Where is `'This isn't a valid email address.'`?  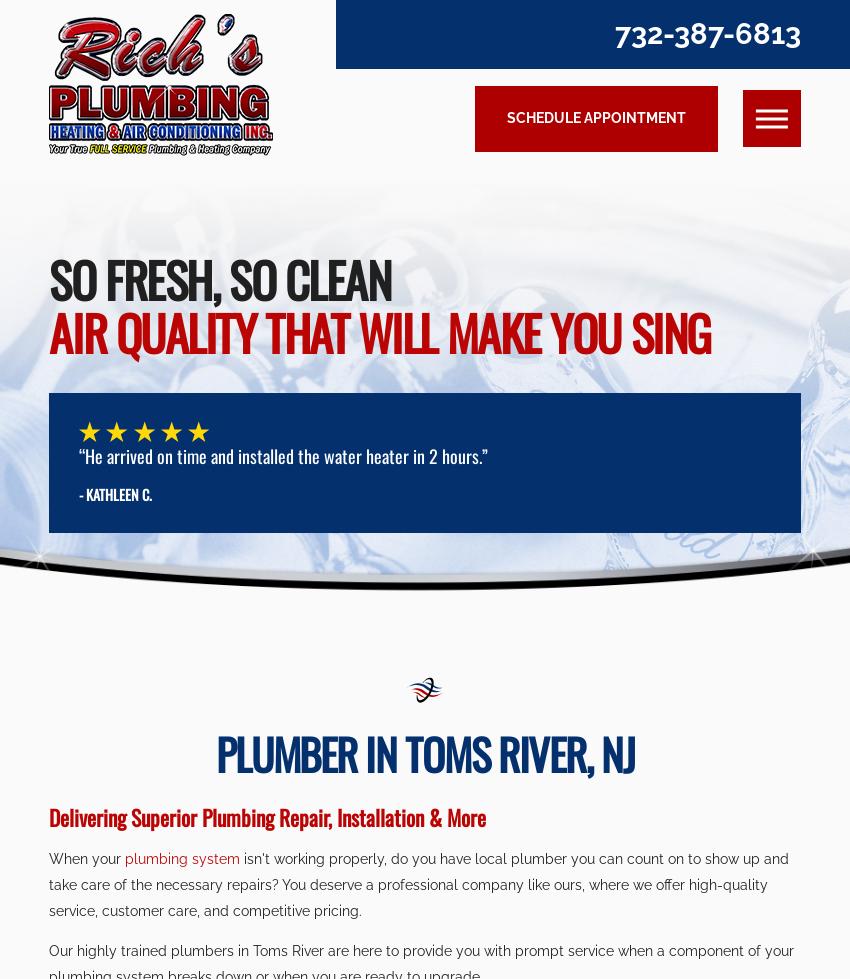
'This isn't a valid email address.' is located at coordinates (659, 251).